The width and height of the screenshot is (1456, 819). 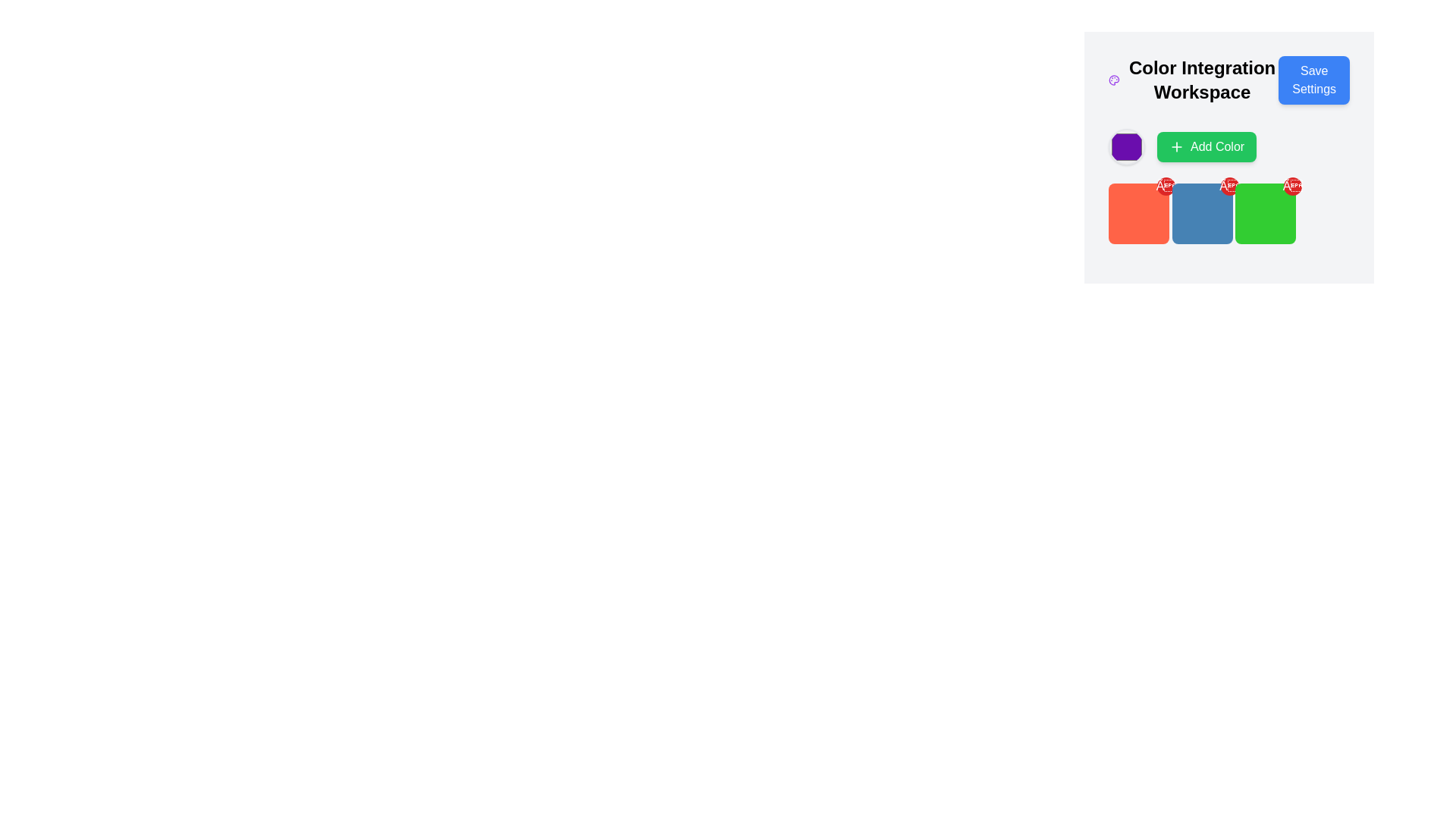 I want to click on the grid cell with a green background and a red circular badge displaying a white '×' symbol, so click(x=1266, y=213).